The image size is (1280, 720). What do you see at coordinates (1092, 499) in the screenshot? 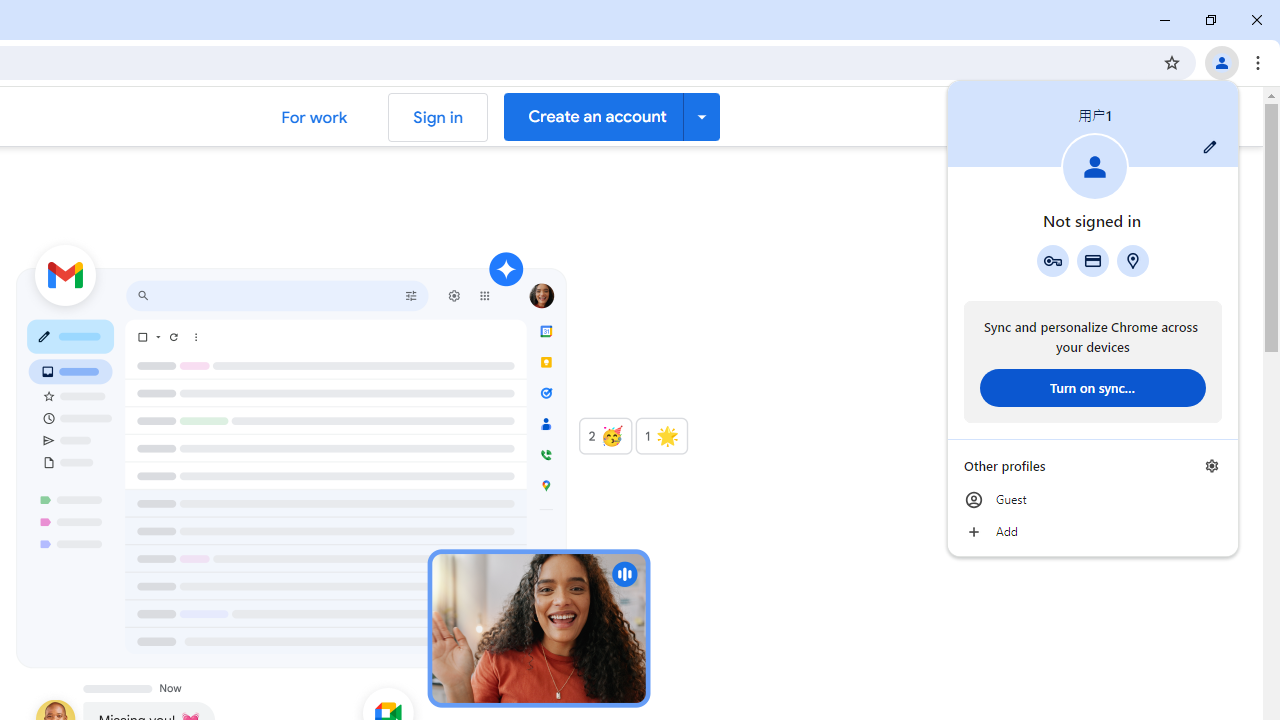
I see `'Guest'` at bounding box center [1092, 499].